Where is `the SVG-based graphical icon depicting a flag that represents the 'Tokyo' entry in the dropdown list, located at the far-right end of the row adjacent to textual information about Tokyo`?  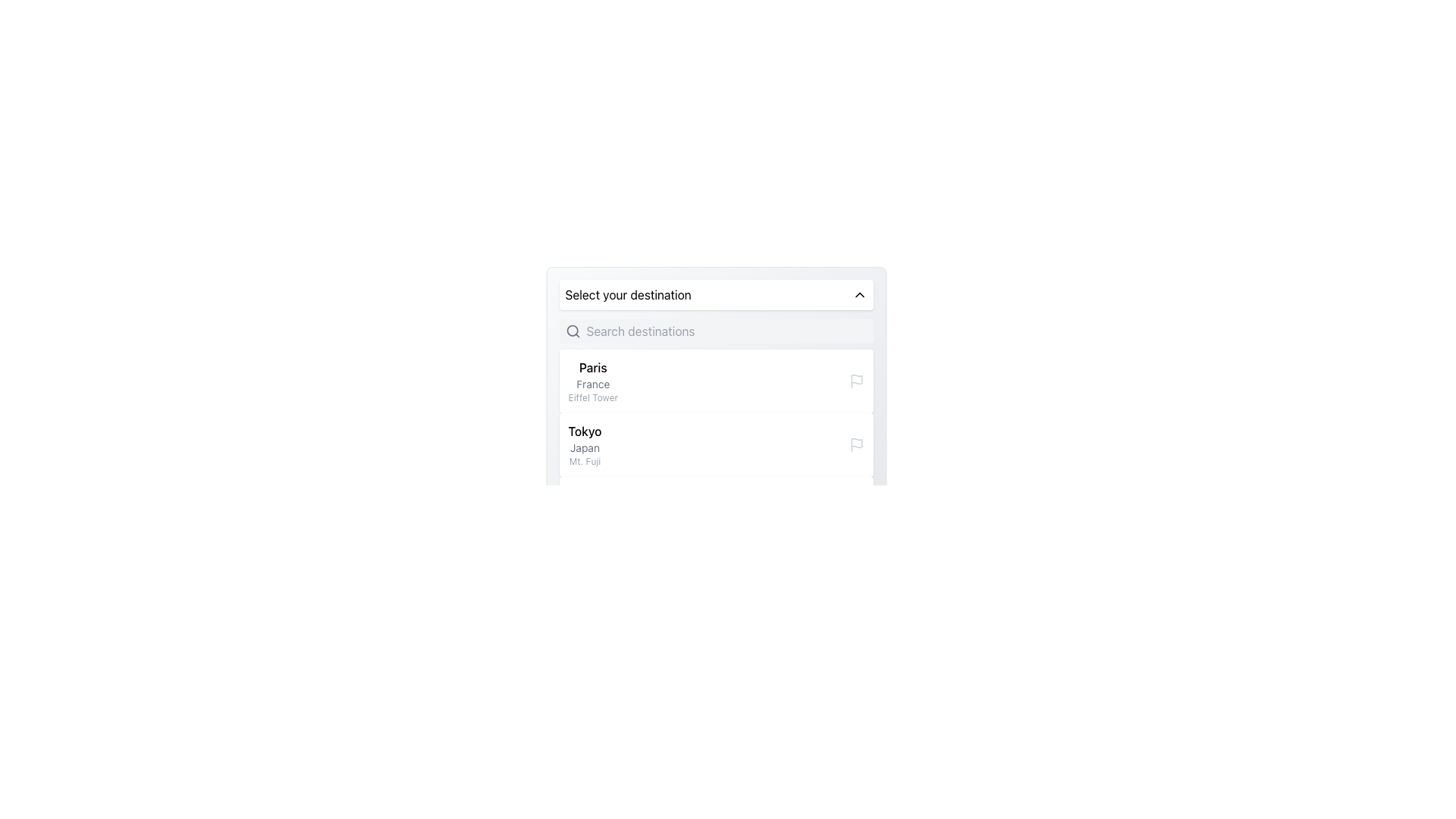 the SVG-based graphical icon depicting a flag that represents the 'Tokyo' entry in the dropdown list, located at the far-right end of the row adjacent to textual information about Tokyo is located at coordinates (856, 443).